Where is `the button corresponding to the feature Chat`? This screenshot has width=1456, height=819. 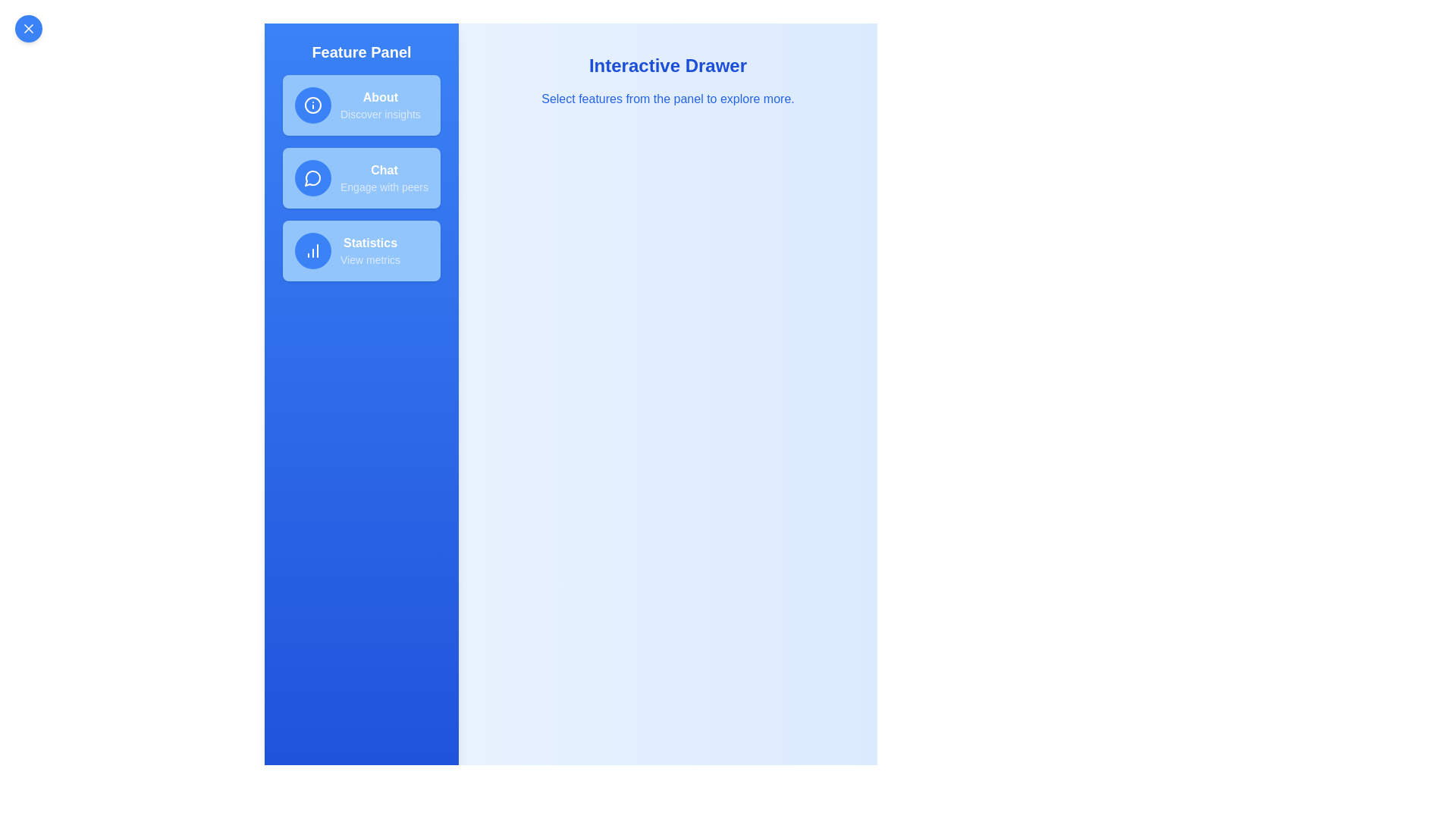 the button corresponding to the feature Chat is located at coordinates (360, 177).